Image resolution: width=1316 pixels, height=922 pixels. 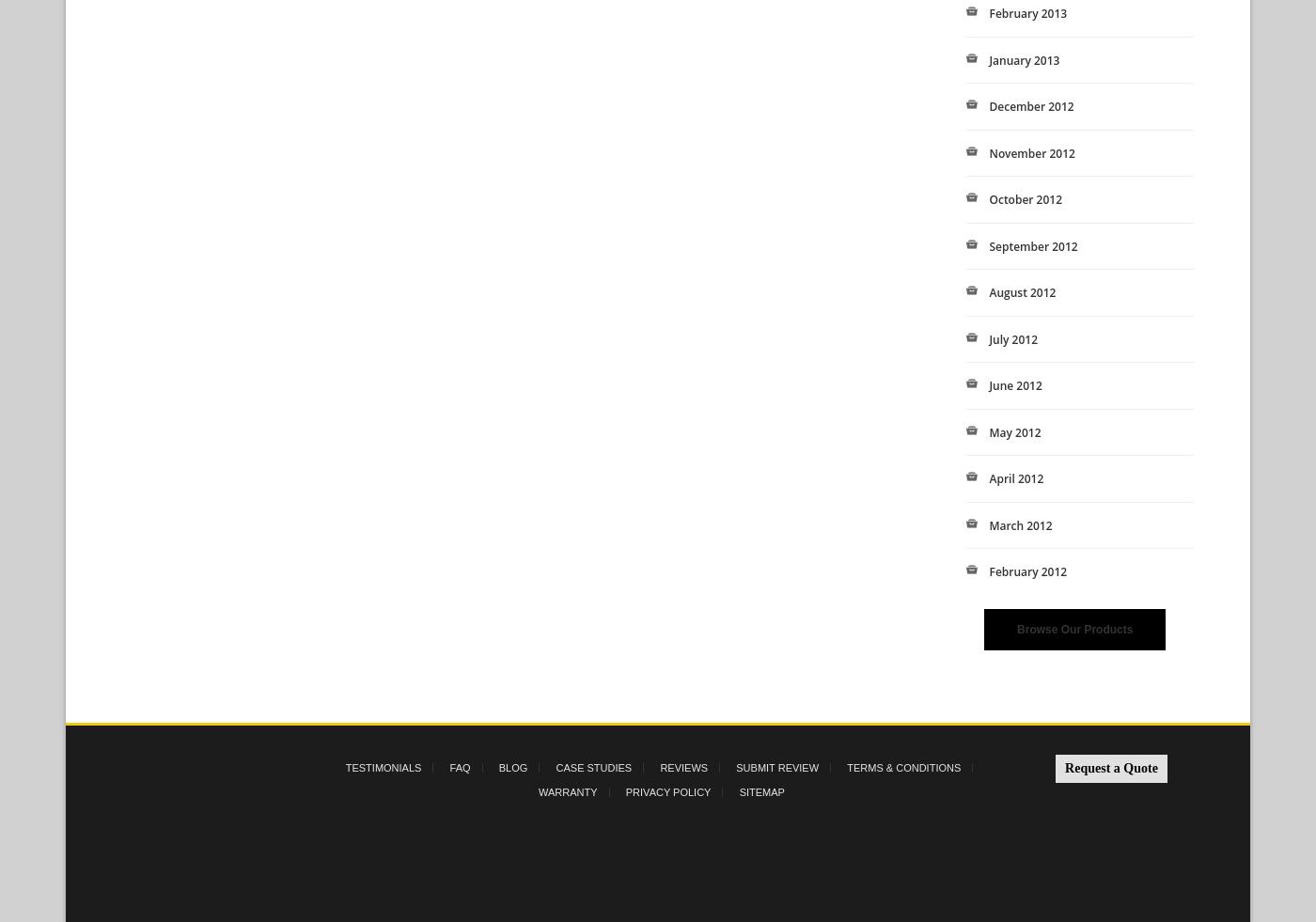 I want to click on 'September 2012', so click(x=1033, y=244).